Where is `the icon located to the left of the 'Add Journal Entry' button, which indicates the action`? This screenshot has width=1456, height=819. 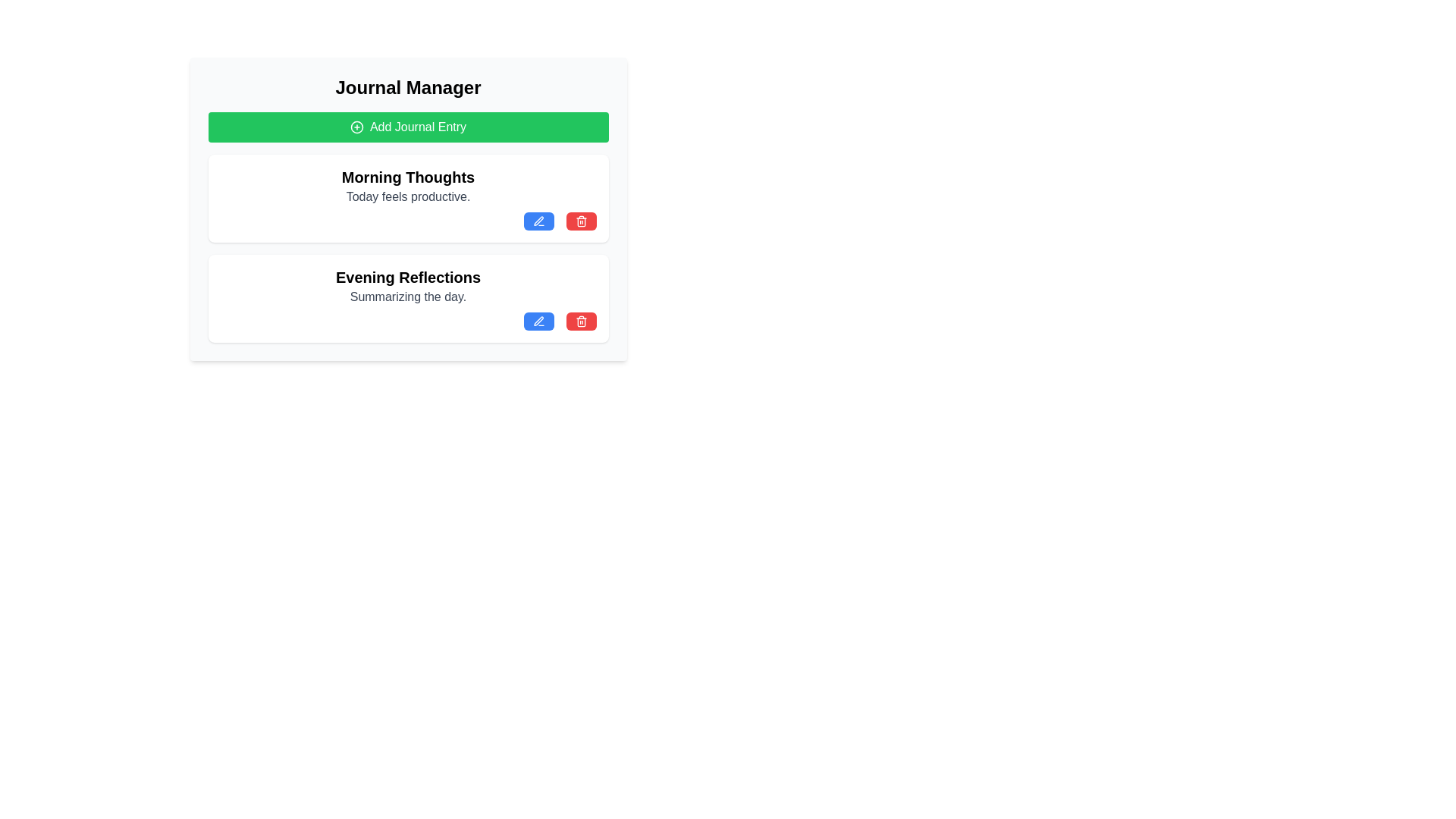
the icon located to the left of the 'Add Journal Entry' button, which indicates the action is located at coordinates (356, 127).